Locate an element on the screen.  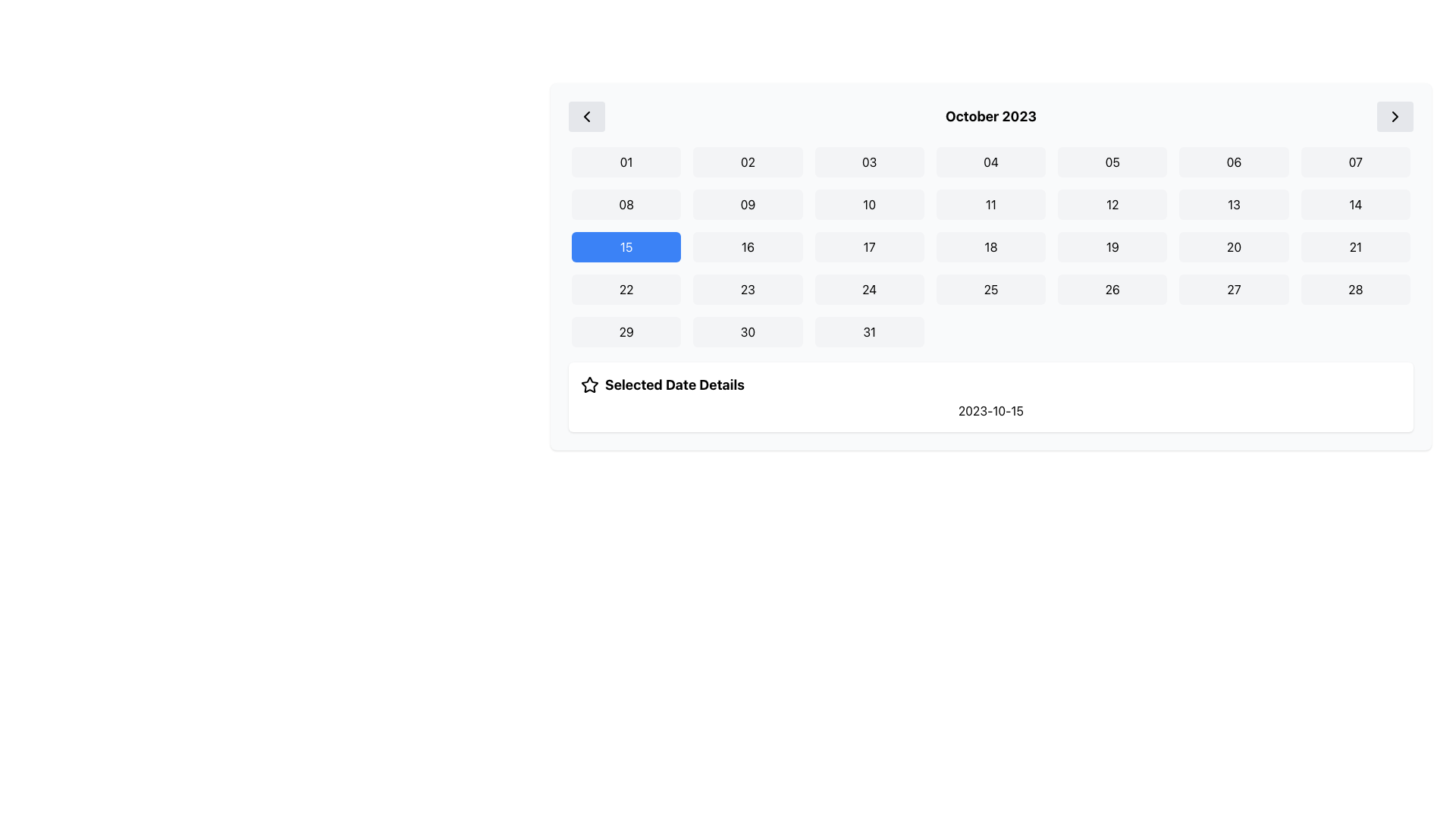
the static text element that displays the current month and year in the calendar interface, located at the center top of the calendar component is located at coordinates (990, 116).